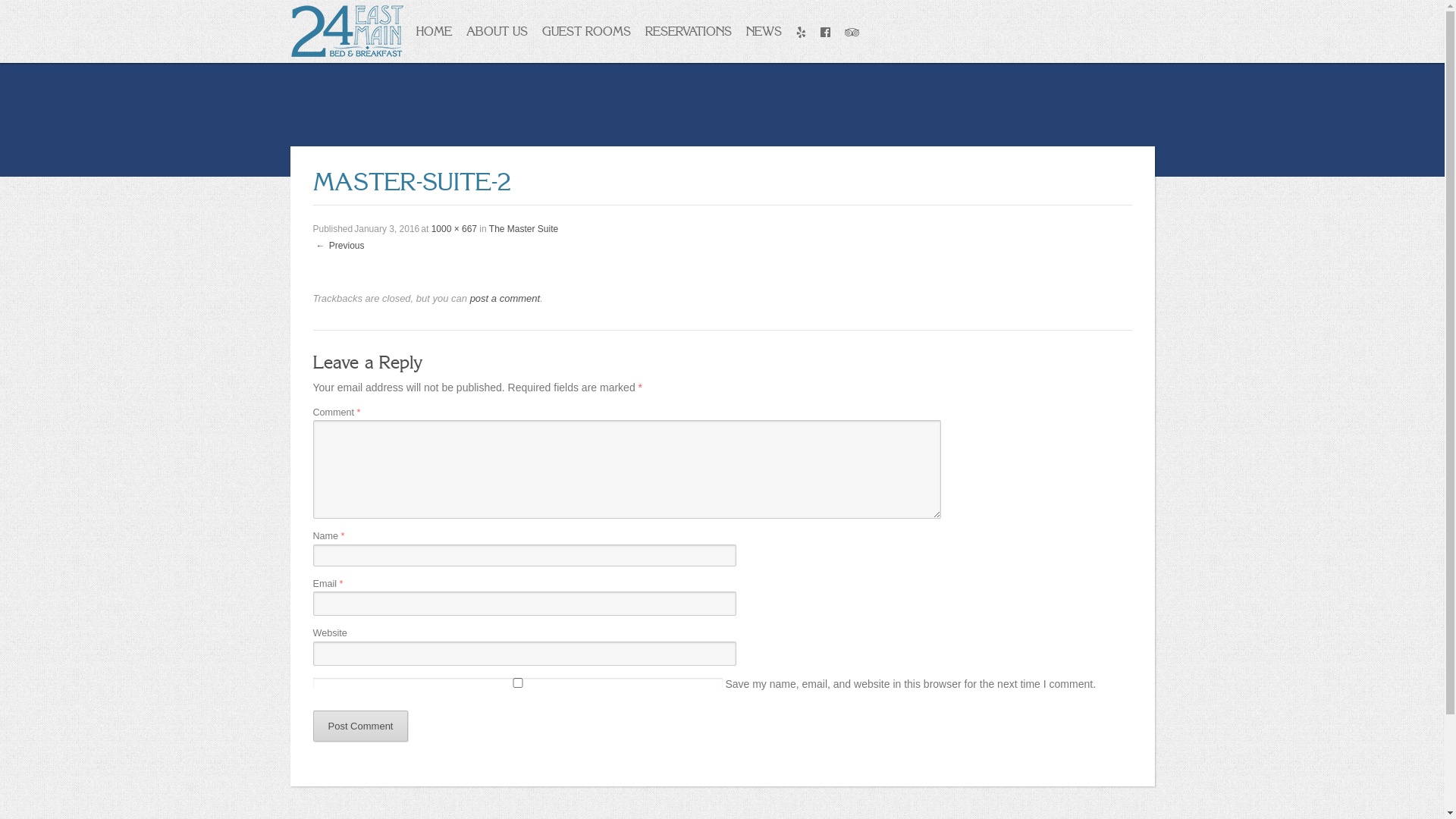 The image size is (1456, 819). I want to click on 'ABOUT US', so click(495, 31).